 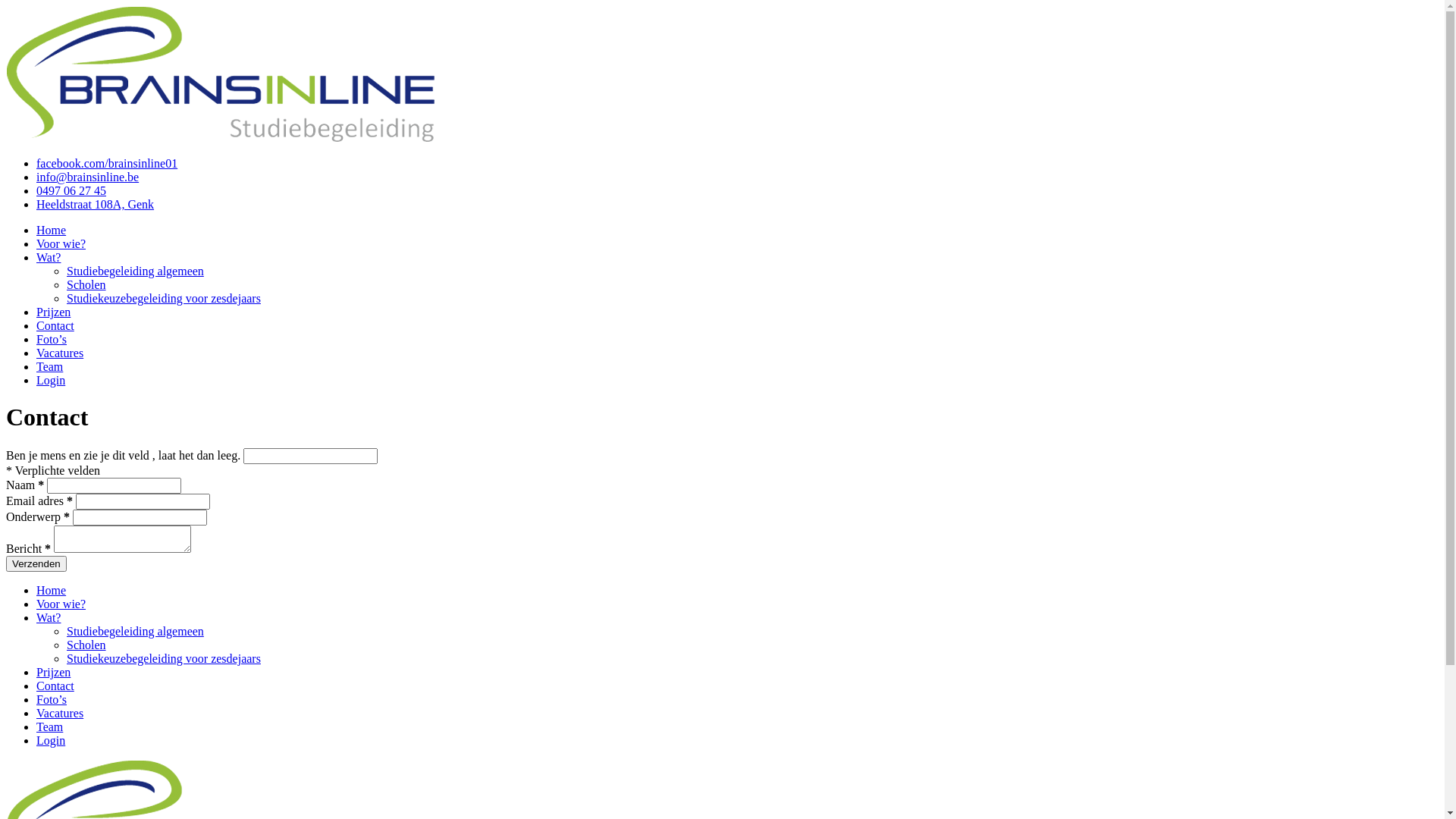 What do you see at coordinates (55, 325) in the screenshot?
I see `'Contact'` at bounding box center [55, 325].